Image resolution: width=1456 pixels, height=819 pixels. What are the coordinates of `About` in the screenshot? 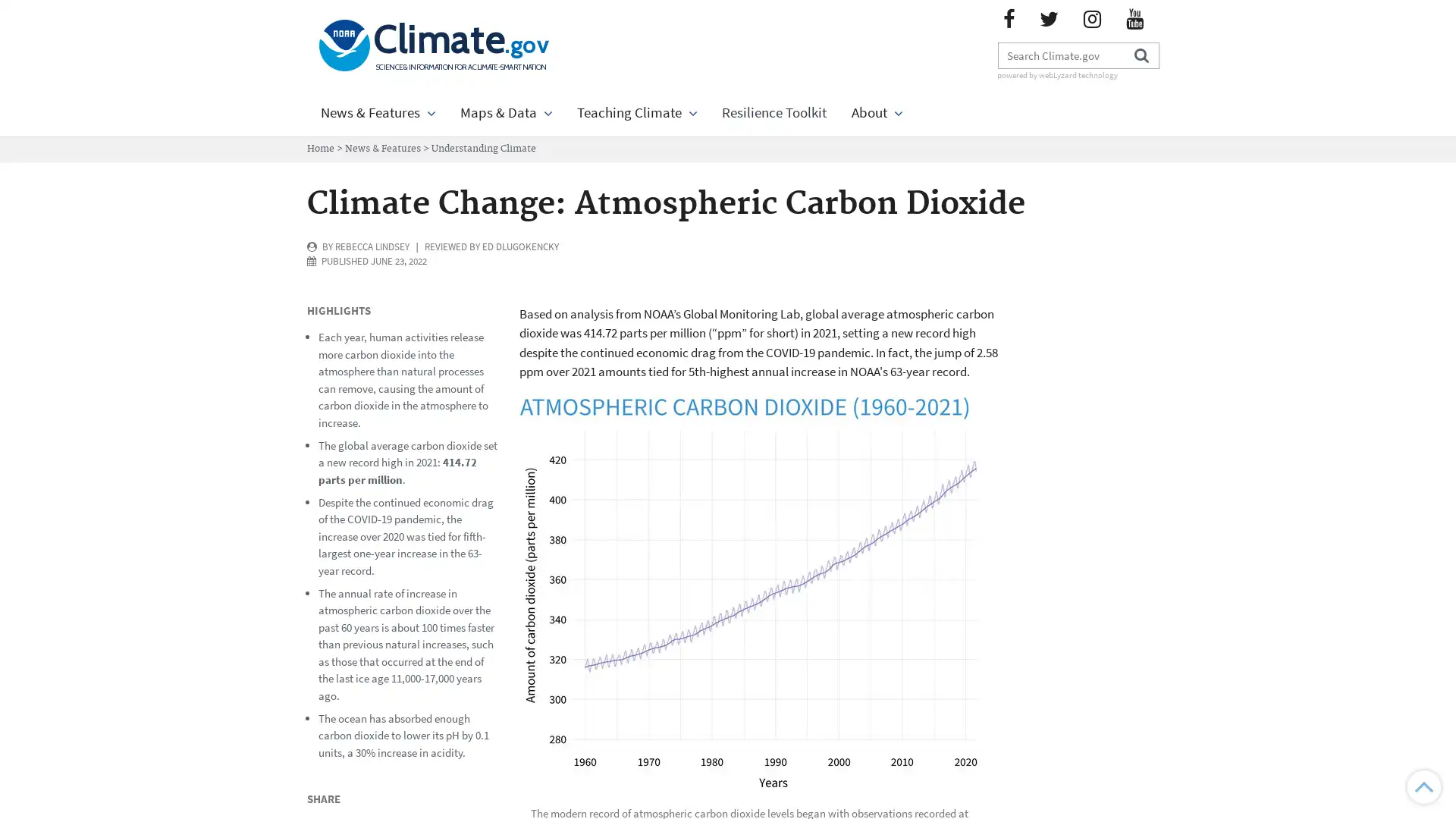 It's located at (877, 111).